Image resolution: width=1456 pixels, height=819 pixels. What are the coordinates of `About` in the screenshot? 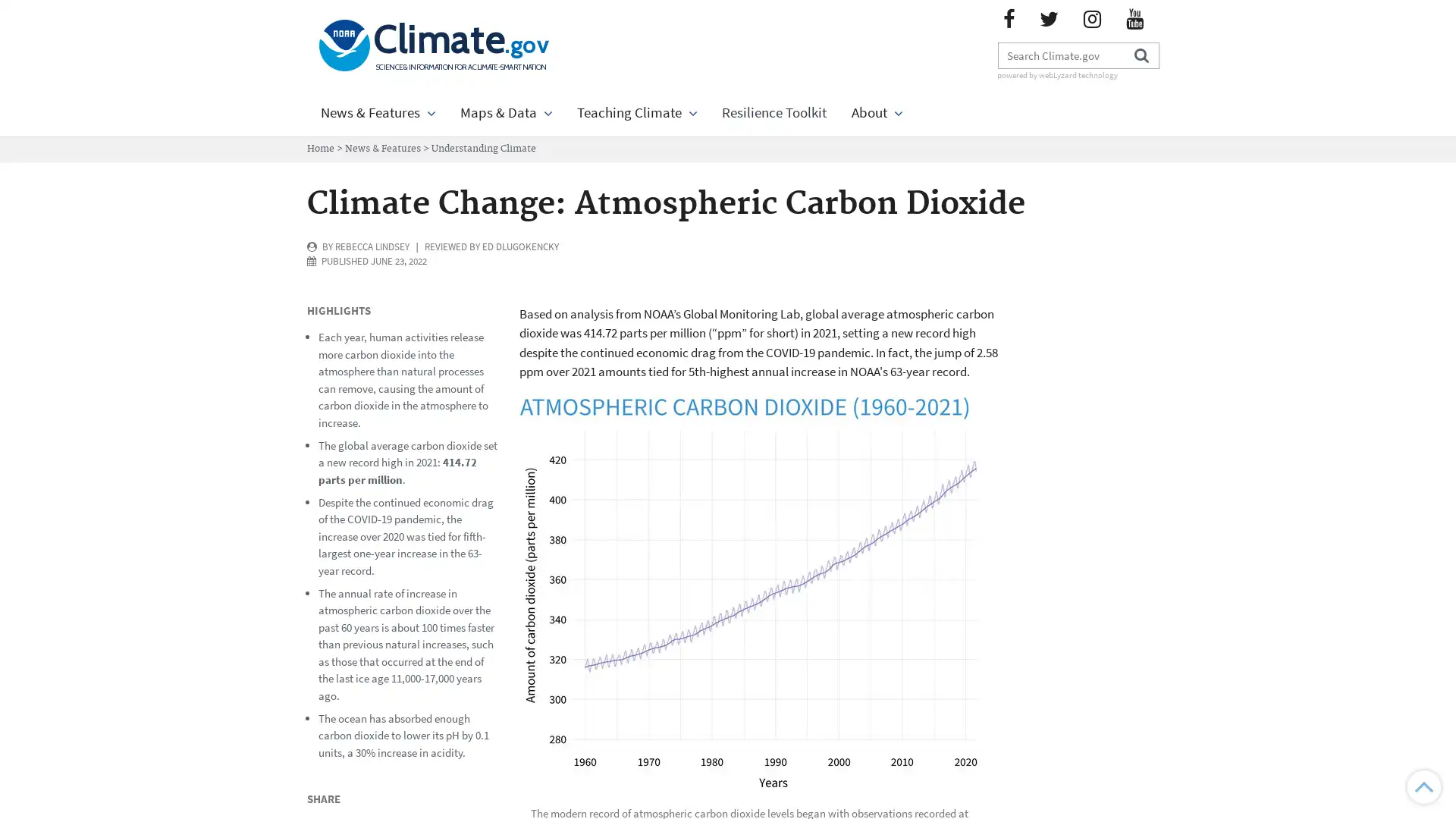 It's located at (877, 111).